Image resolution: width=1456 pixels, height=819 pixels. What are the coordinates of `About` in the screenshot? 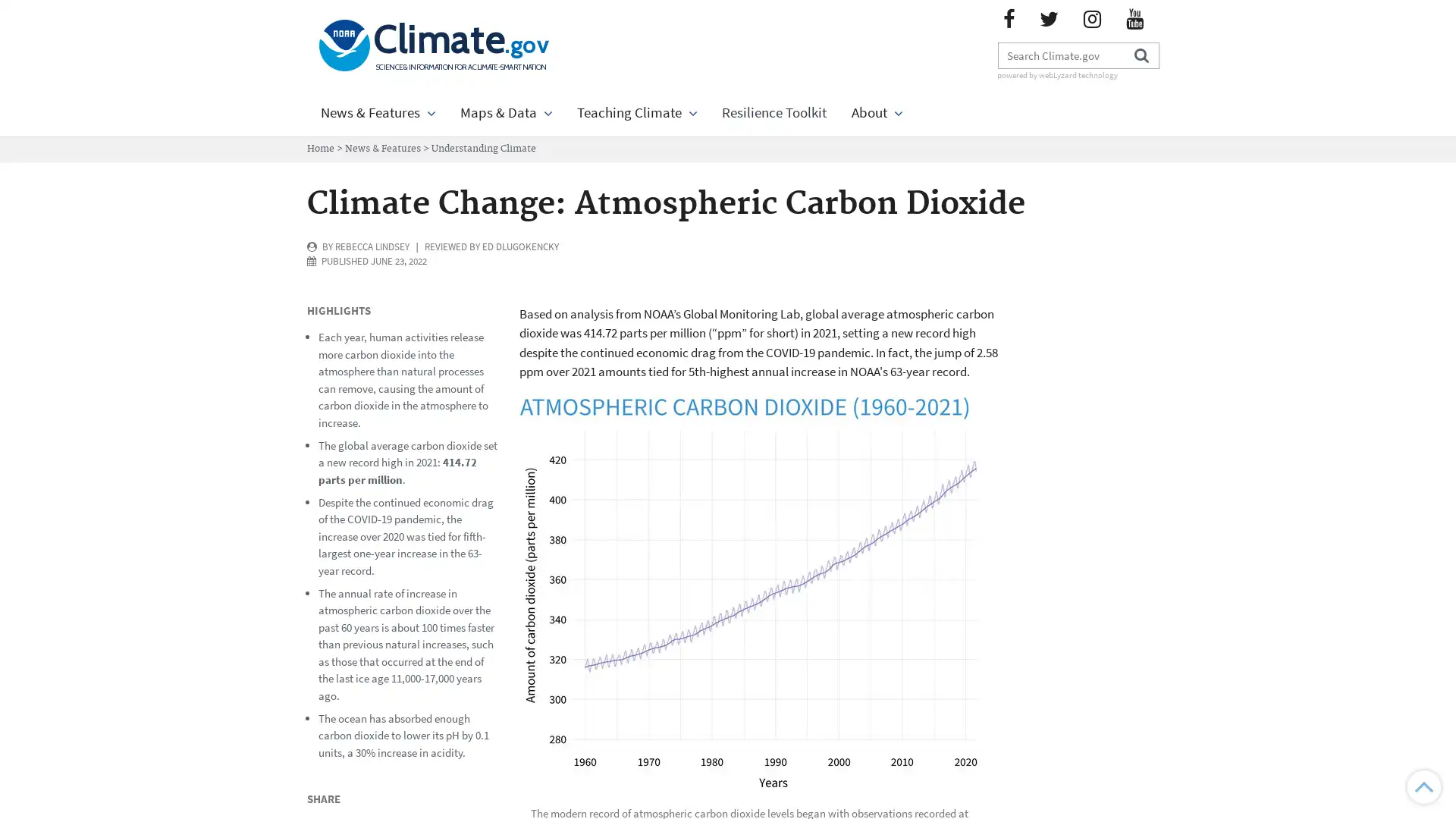 It's located at (877, 111).